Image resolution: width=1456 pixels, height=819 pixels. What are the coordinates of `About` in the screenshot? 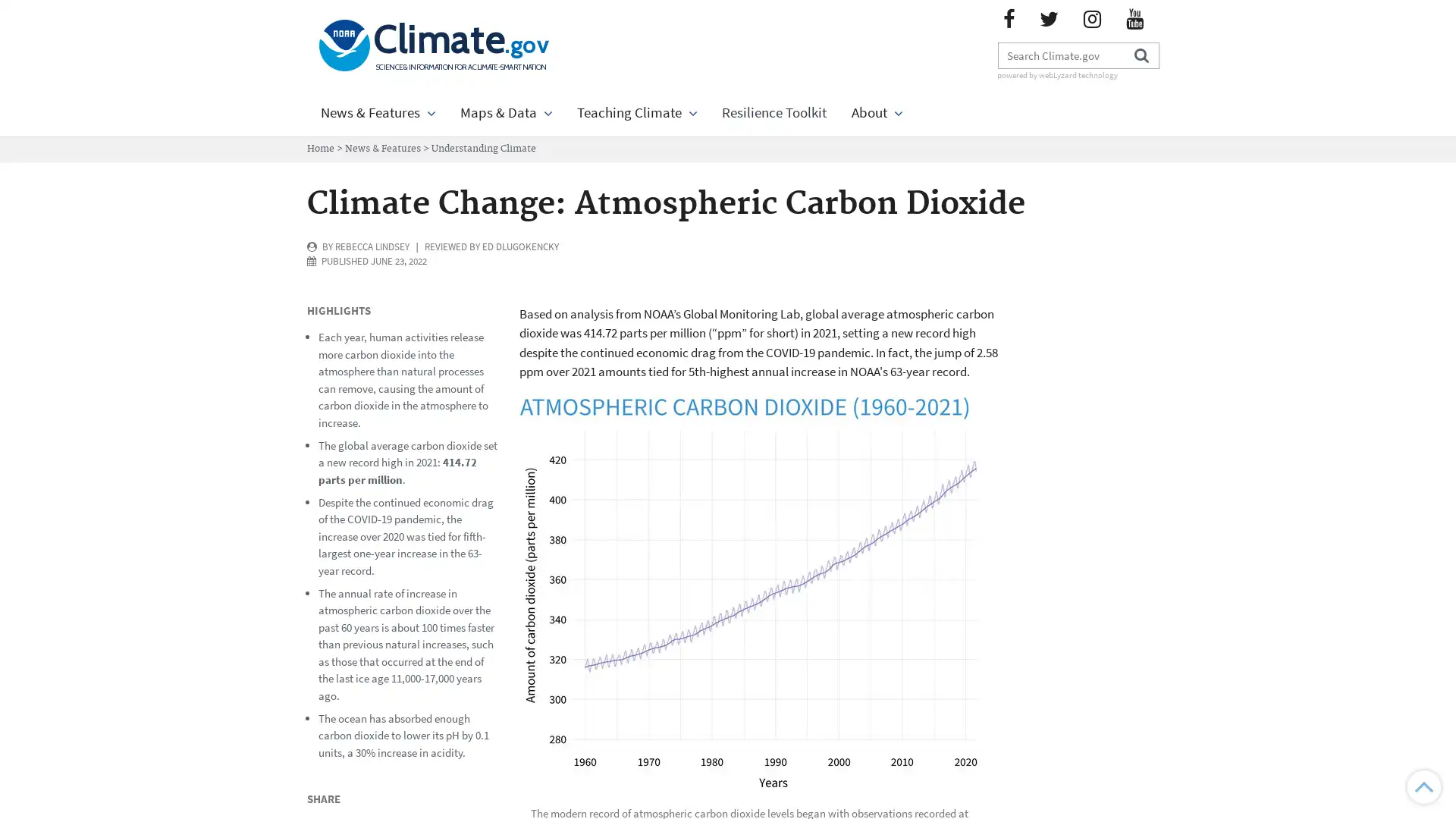 It's located at (877, 111).